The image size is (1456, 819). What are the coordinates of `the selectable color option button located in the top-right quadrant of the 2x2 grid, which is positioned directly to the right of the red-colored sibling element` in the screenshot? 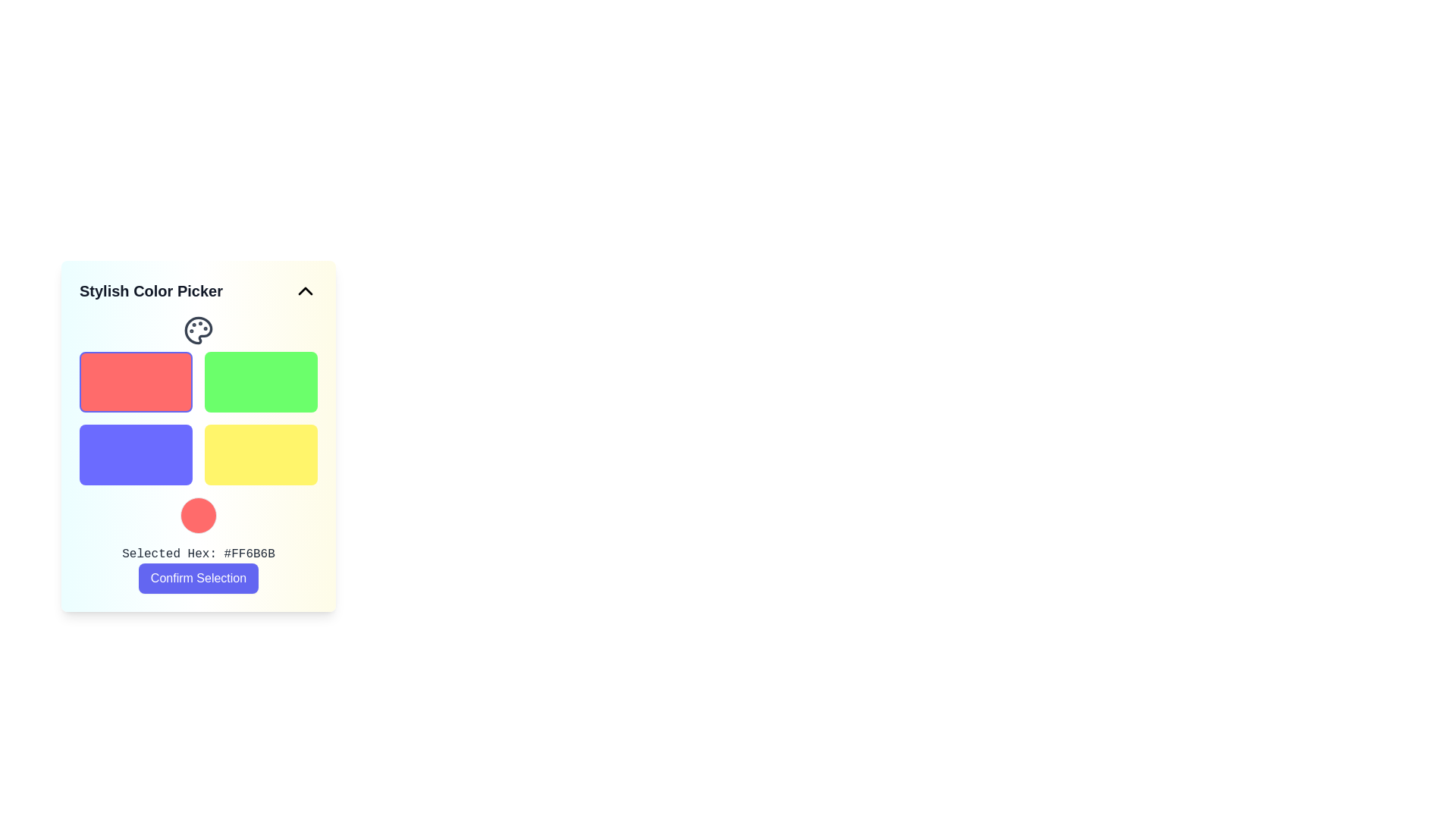 It's located at (261, 381).